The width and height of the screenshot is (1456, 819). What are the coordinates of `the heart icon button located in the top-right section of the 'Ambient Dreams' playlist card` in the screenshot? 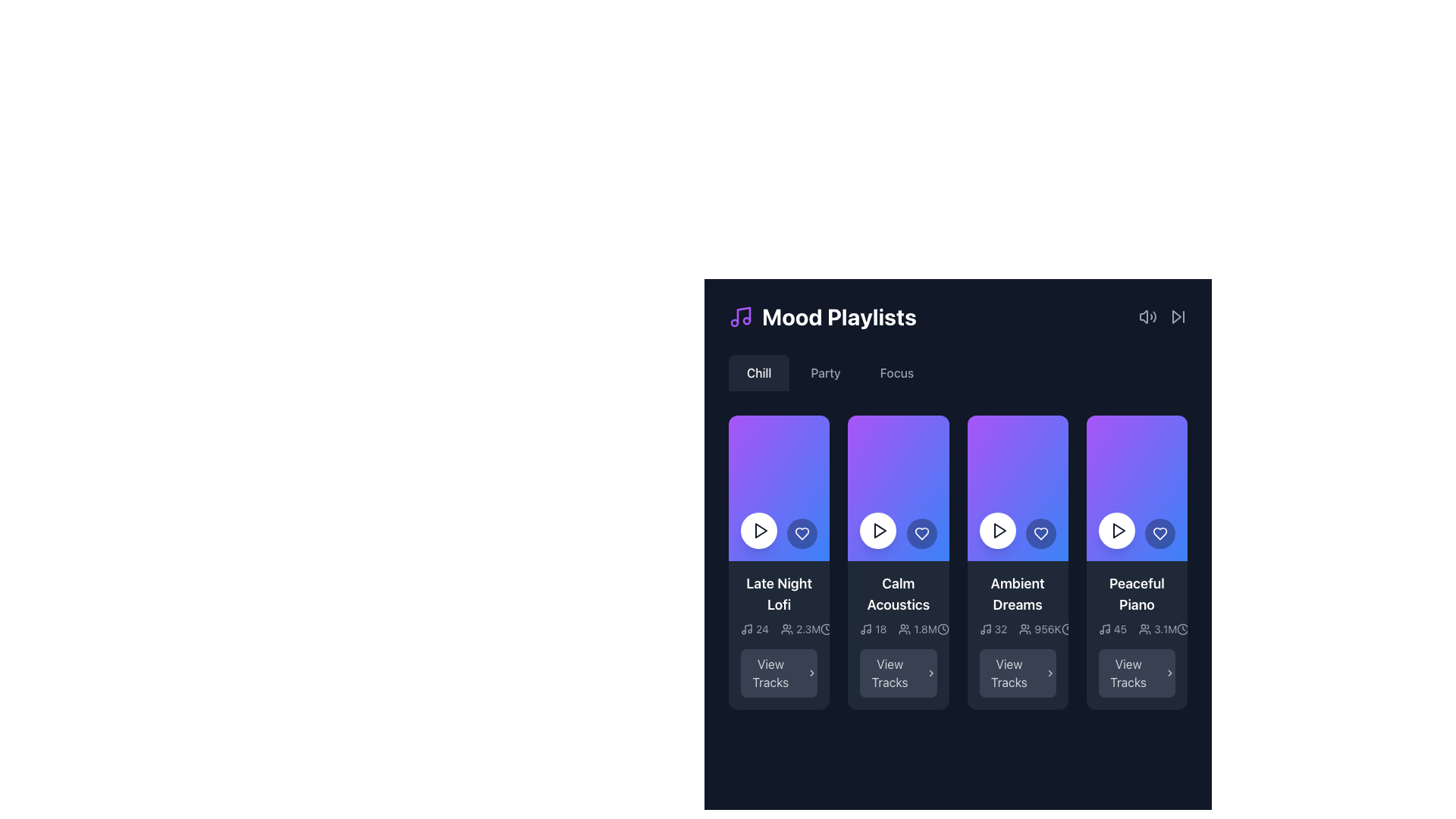 It's located at (1040, 533).